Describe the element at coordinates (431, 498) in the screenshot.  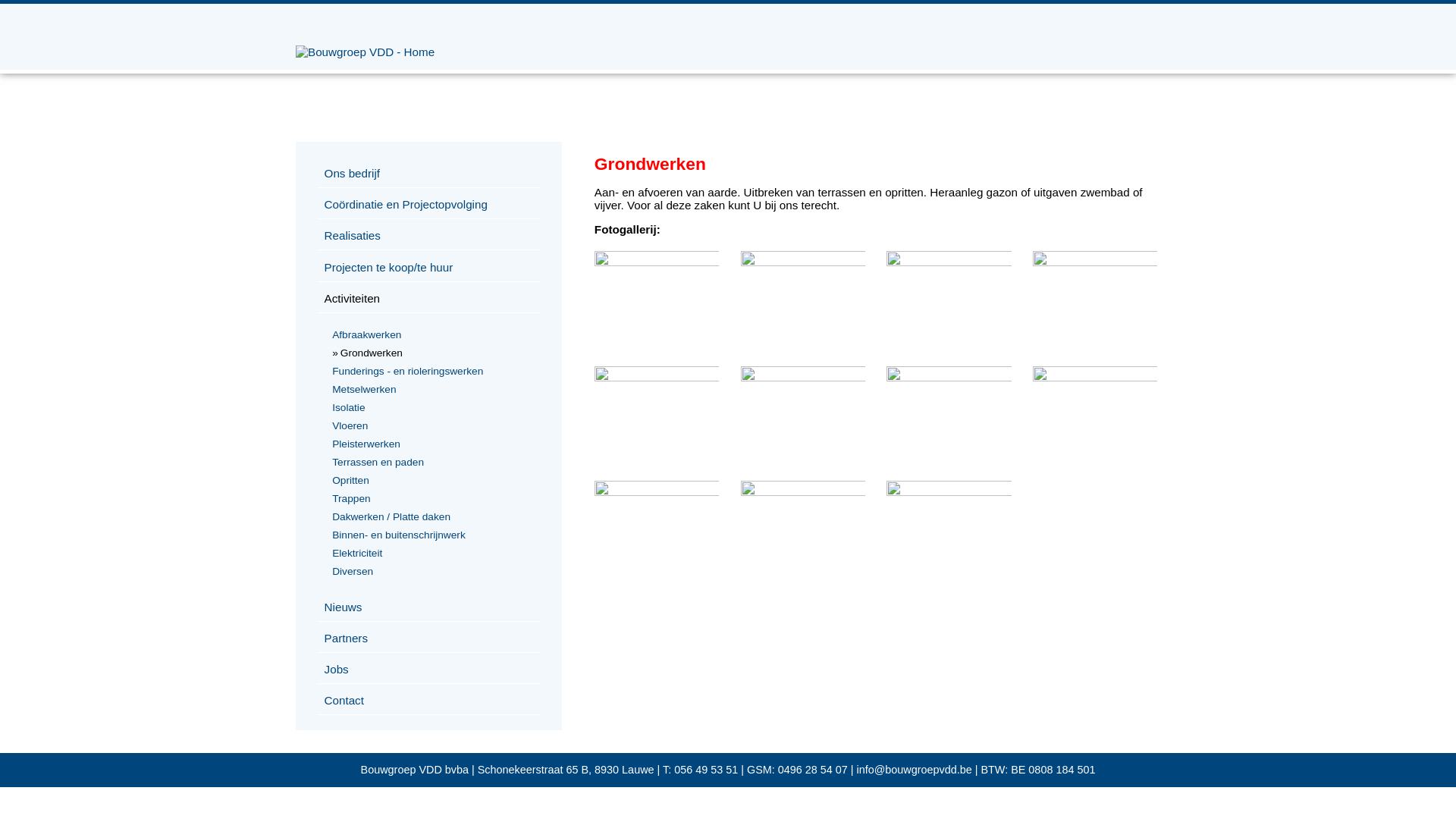
I see `'Trappen'` at that location.